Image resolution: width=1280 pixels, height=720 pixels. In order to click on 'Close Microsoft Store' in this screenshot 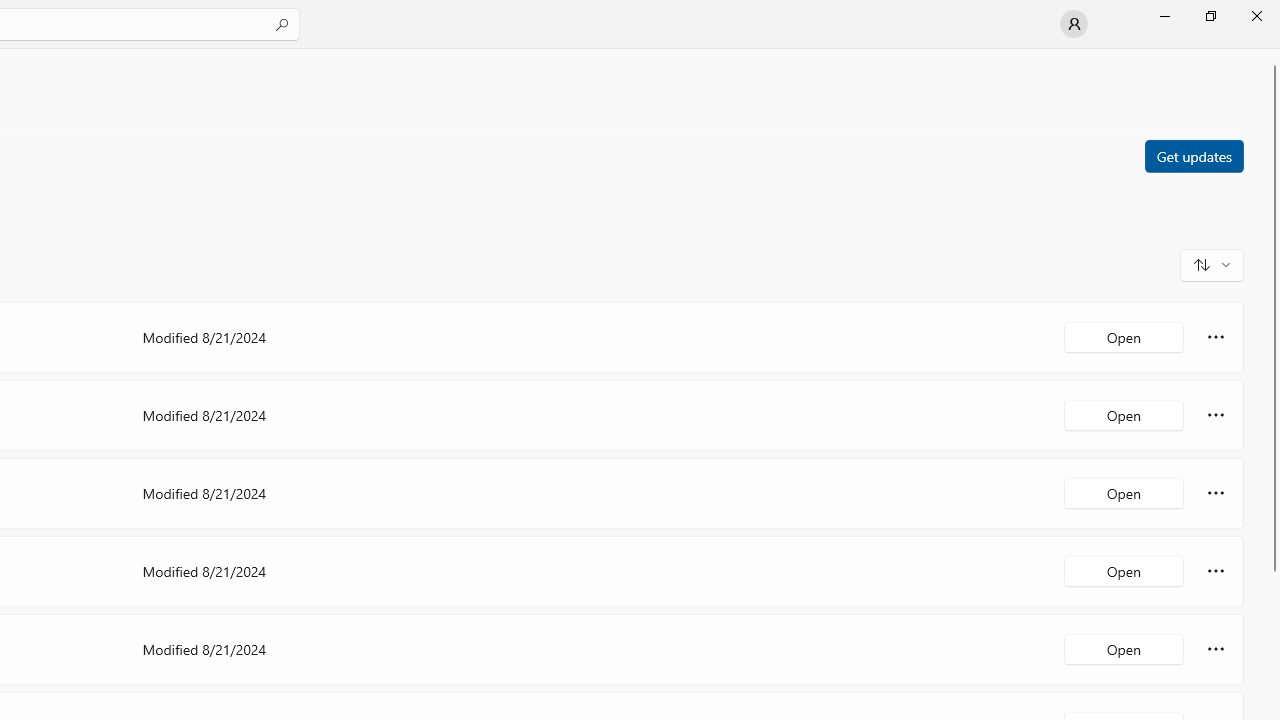, I will do `click(1255, 15)`.